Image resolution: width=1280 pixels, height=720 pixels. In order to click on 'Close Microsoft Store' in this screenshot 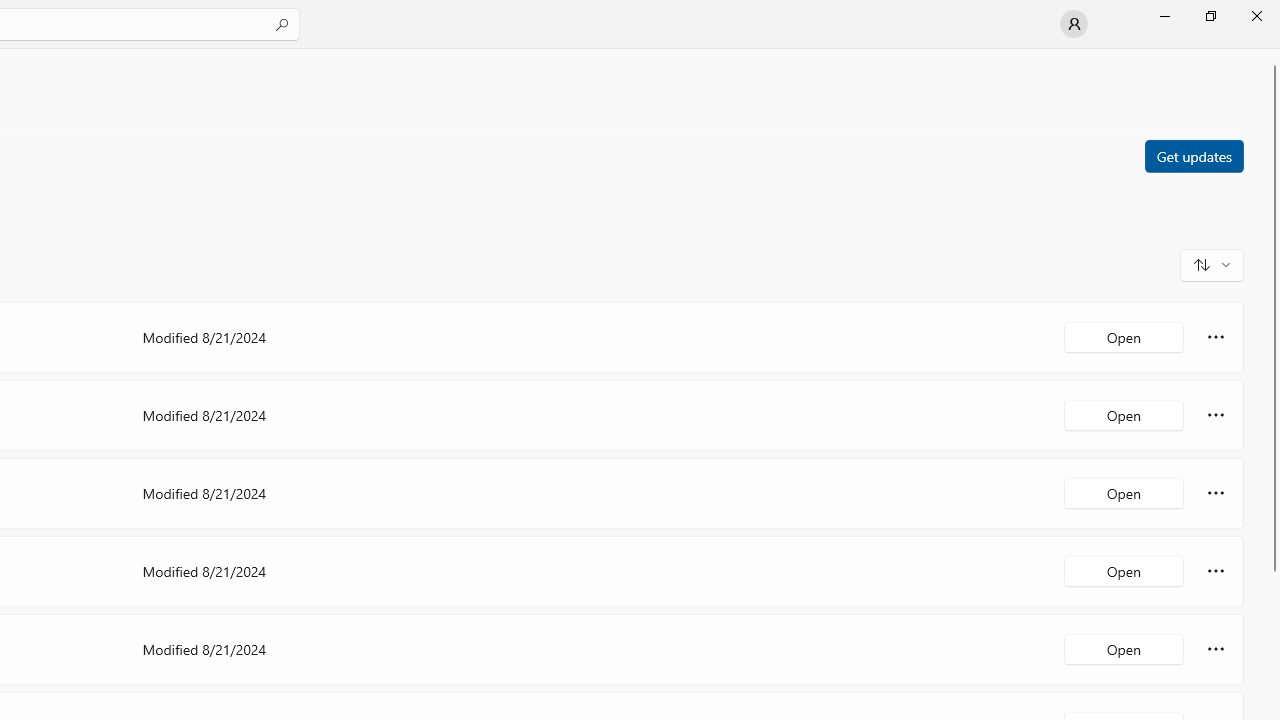, I will do `click(1255, 15)`.